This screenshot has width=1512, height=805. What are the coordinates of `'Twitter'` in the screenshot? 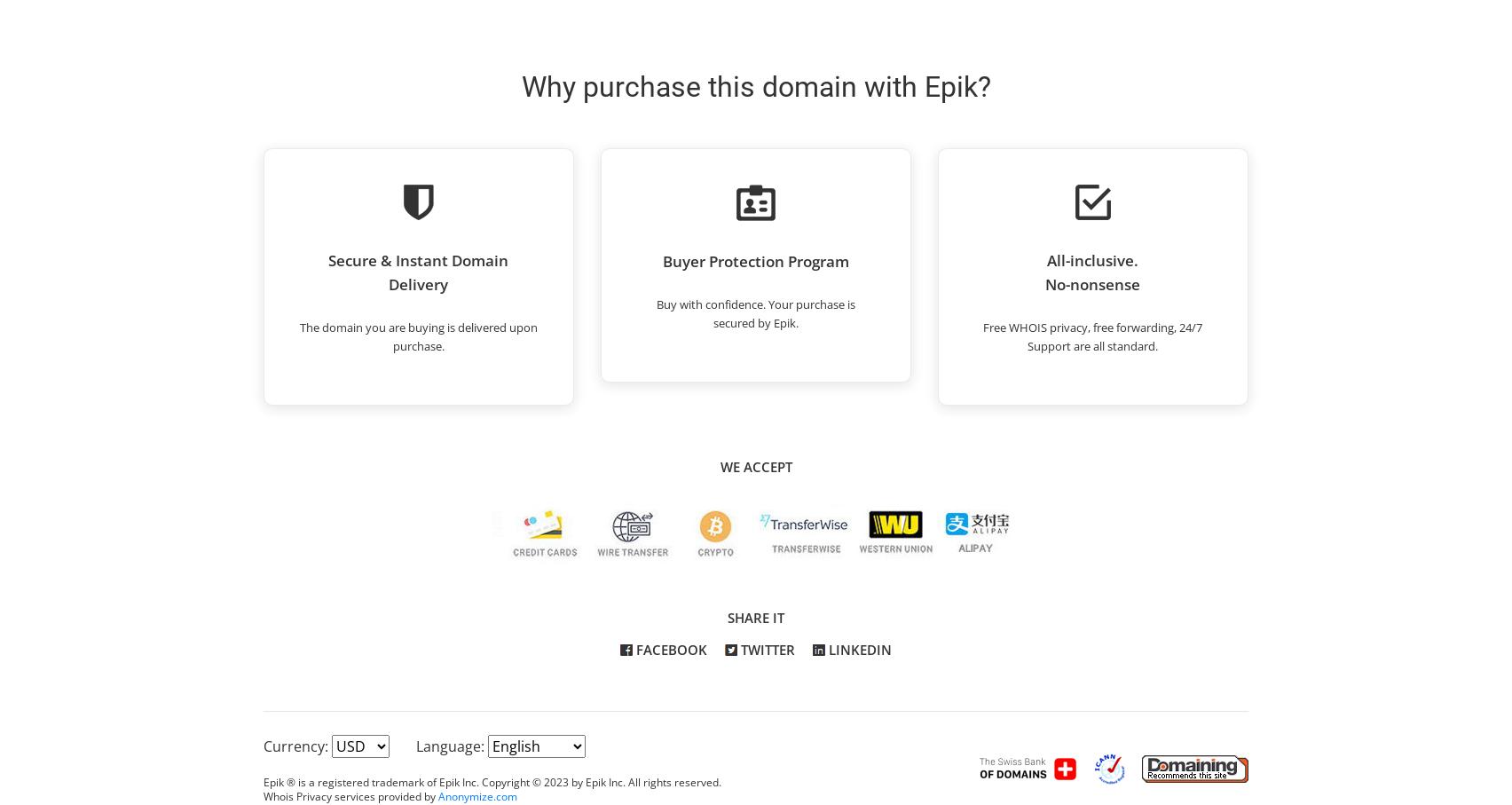 It's located at (736, 650).